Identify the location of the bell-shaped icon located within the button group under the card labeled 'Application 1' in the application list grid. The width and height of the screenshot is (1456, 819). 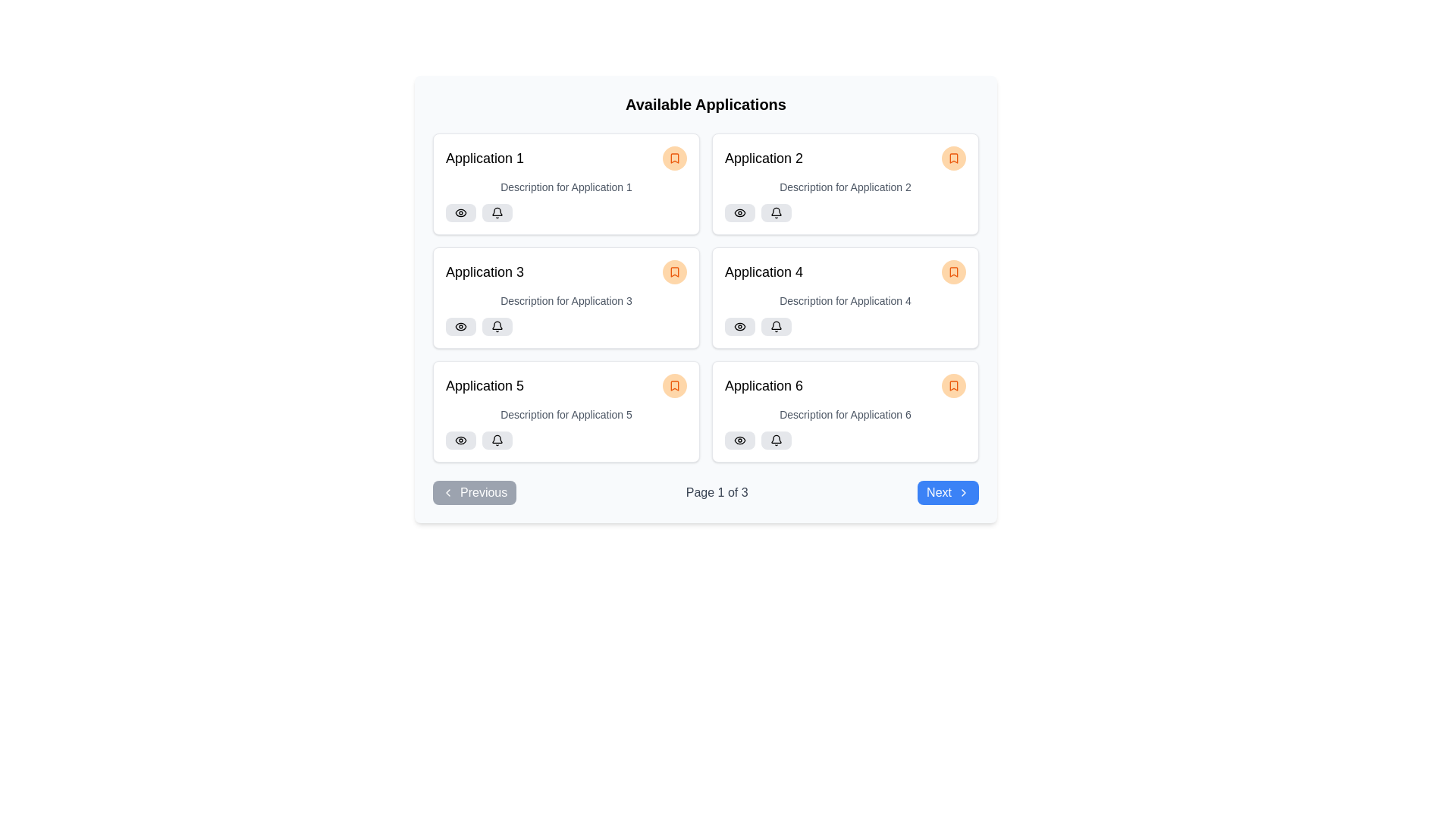
(497, 212).